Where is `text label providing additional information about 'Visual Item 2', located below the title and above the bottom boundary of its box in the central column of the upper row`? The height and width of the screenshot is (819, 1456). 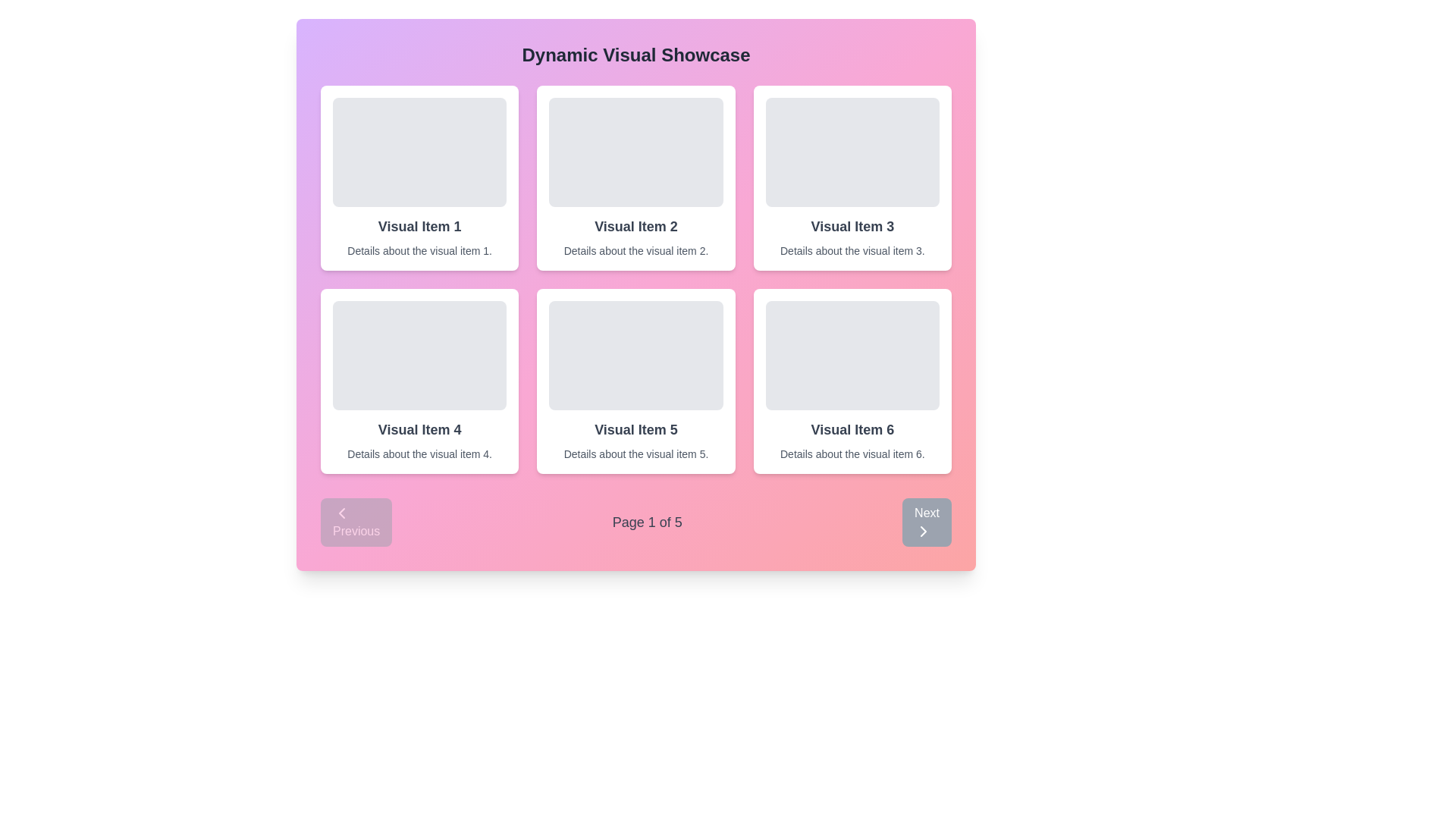
text label providing additional information about 'Visual Item 2', located below the title and above the bottom boundary of its box in the central column of the upper row is located at coordinates (636, 250).